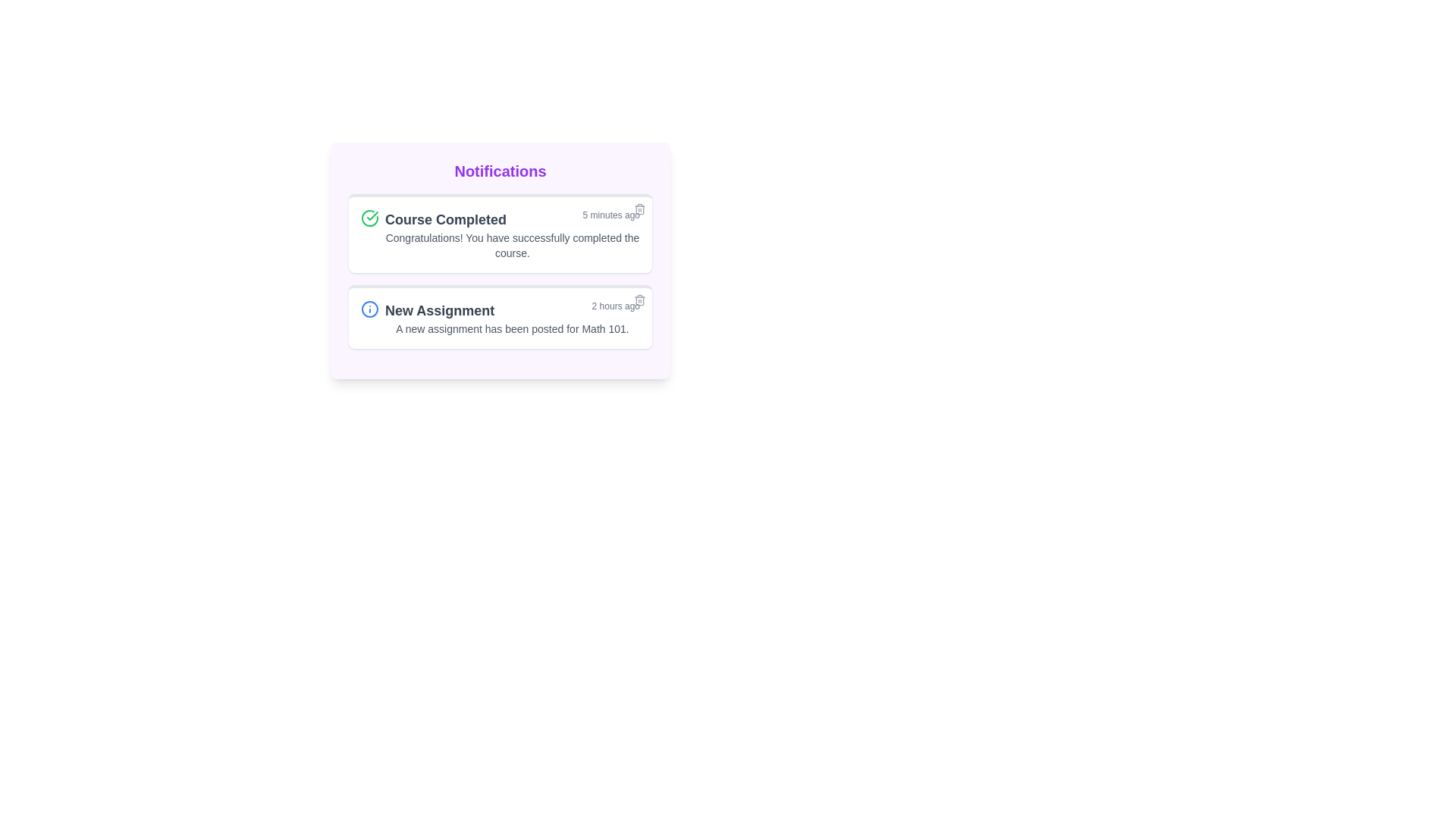  Describe the element at coordinates (513, 245) in the screenshot. I see `congratulatory message displayed within the notification card under the title 'Course Completed' and above the timestamp '5 minutes ago'` at that location.